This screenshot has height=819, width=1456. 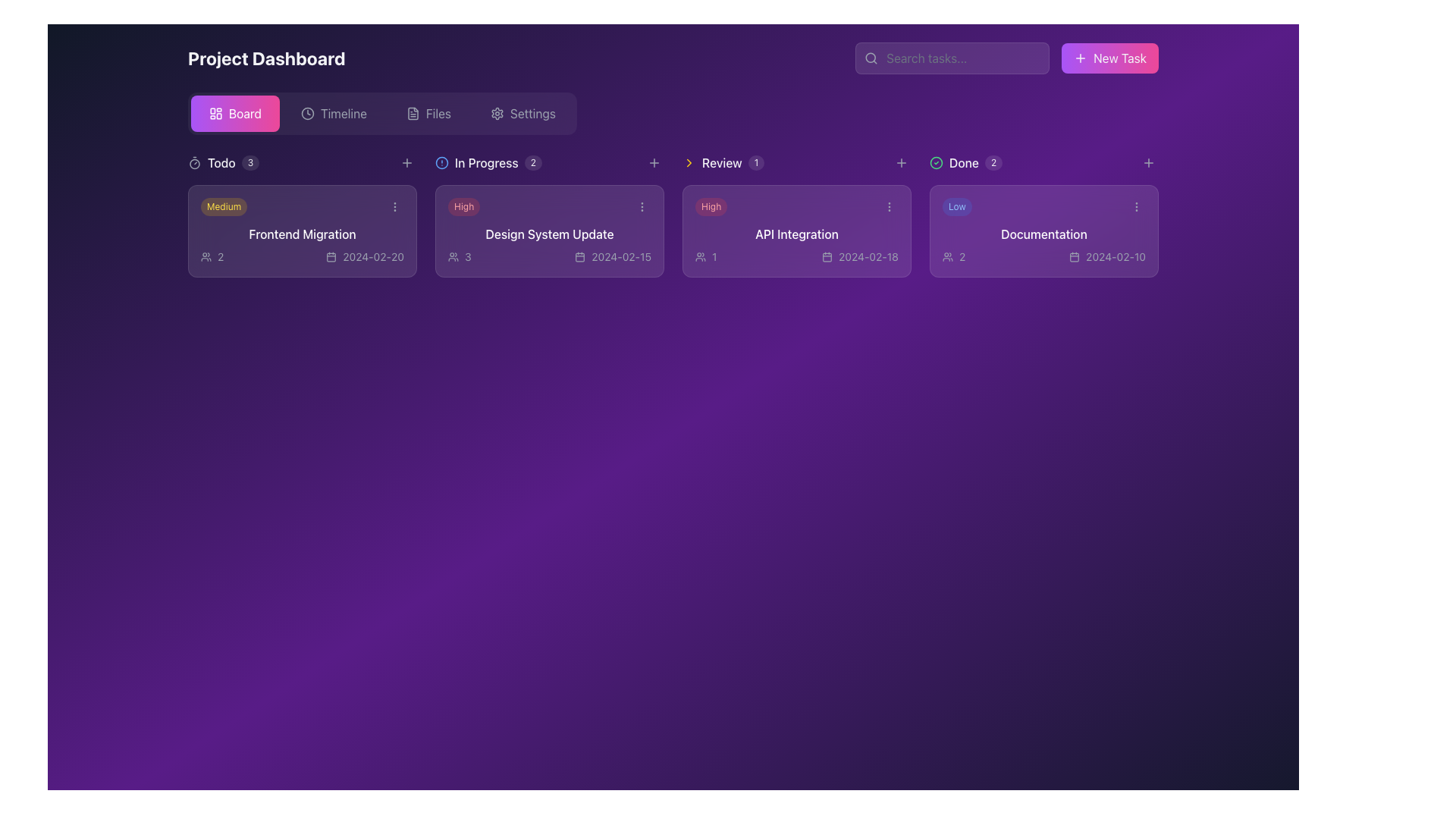 I want to click on the rectangular button with a gradient background that reads 'Board', so click(x=234, y=113).